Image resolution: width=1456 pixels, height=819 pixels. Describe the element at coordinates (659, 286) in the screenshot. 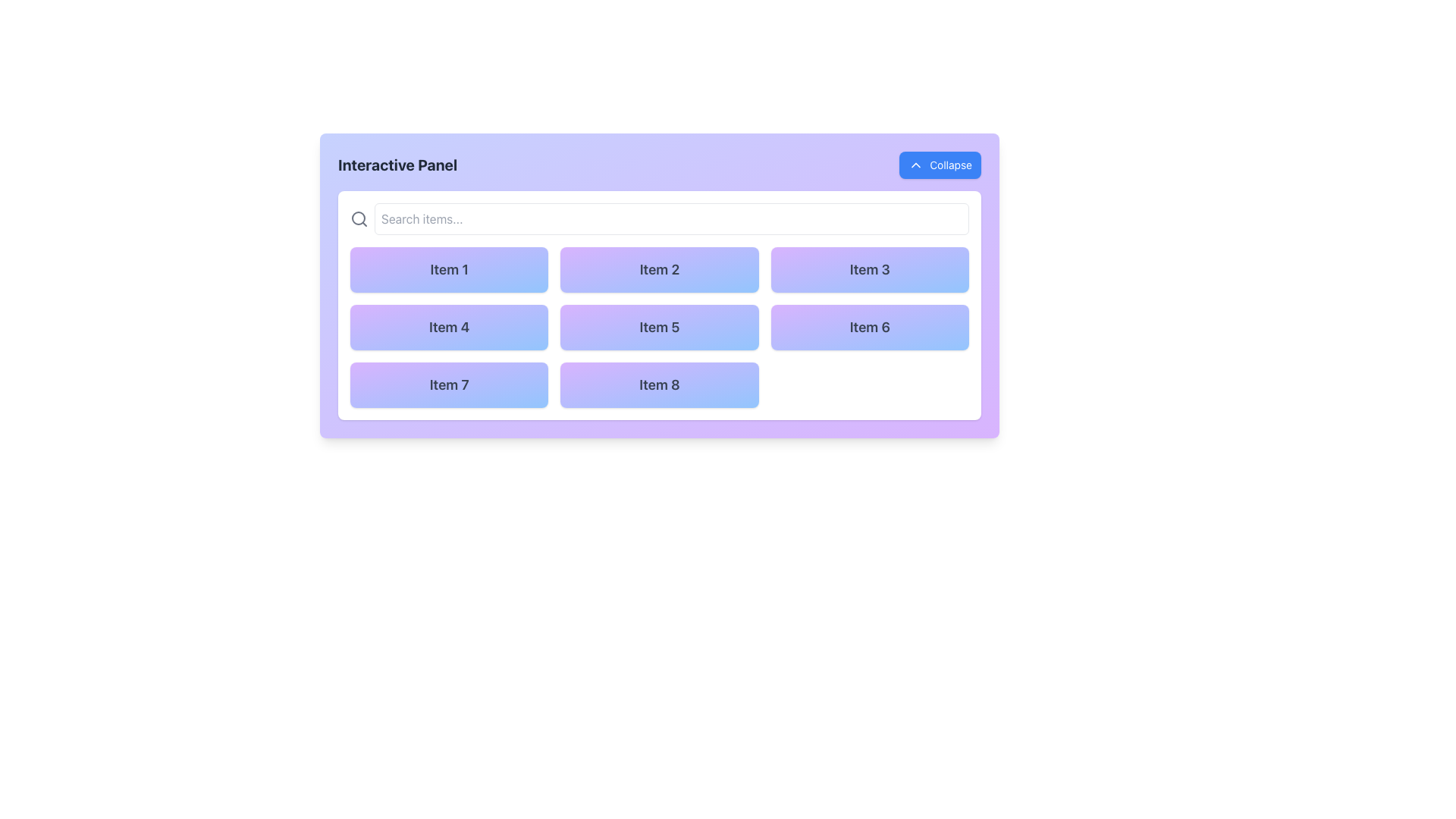

I see `the UI Card that displays an item in the second column of the first row in the grid, located below the 'Search items...' input field and the 'Interactive Panel' header` at that location.